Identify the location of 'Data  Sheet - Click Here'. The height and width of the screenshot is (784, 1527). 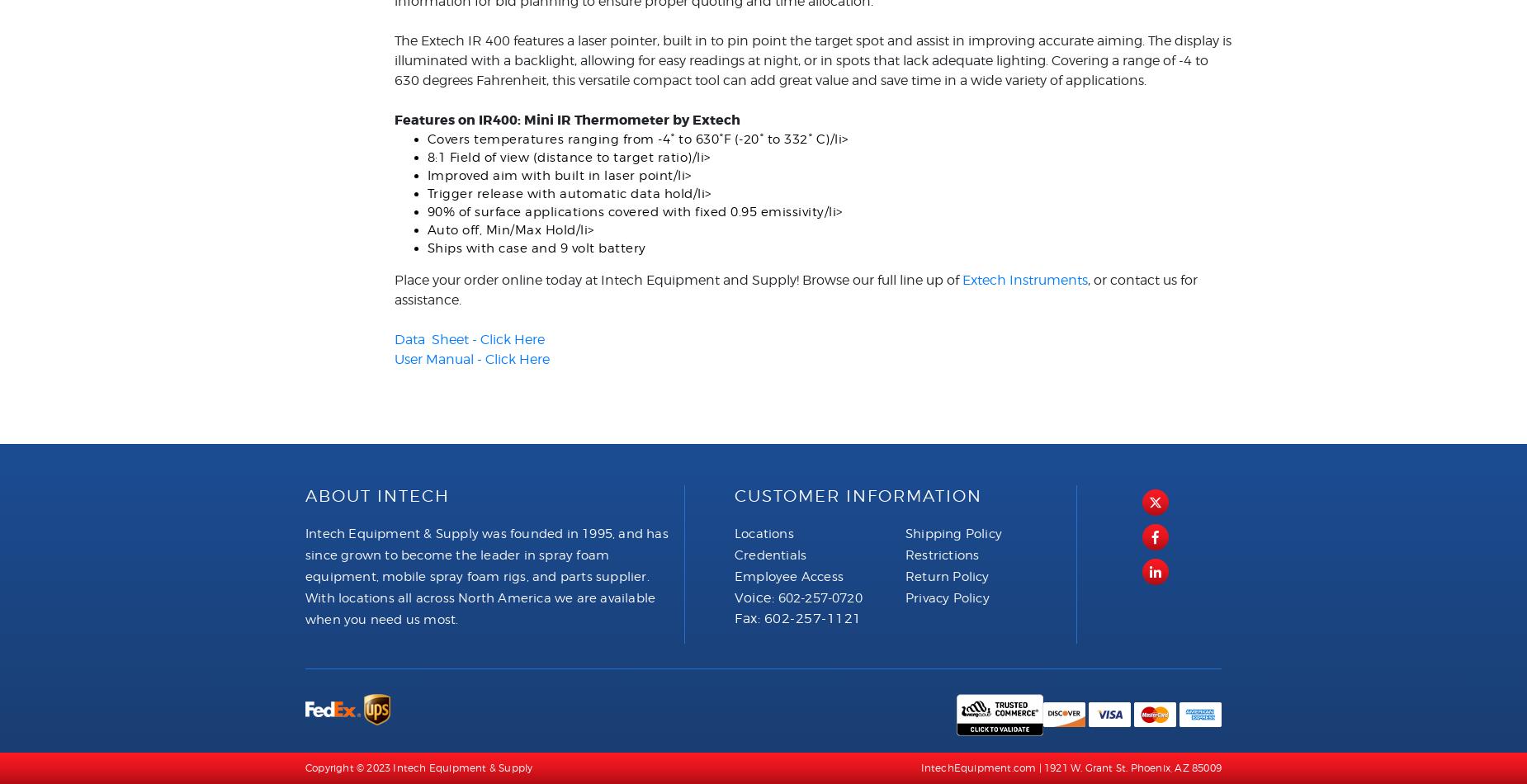
(468, 338).